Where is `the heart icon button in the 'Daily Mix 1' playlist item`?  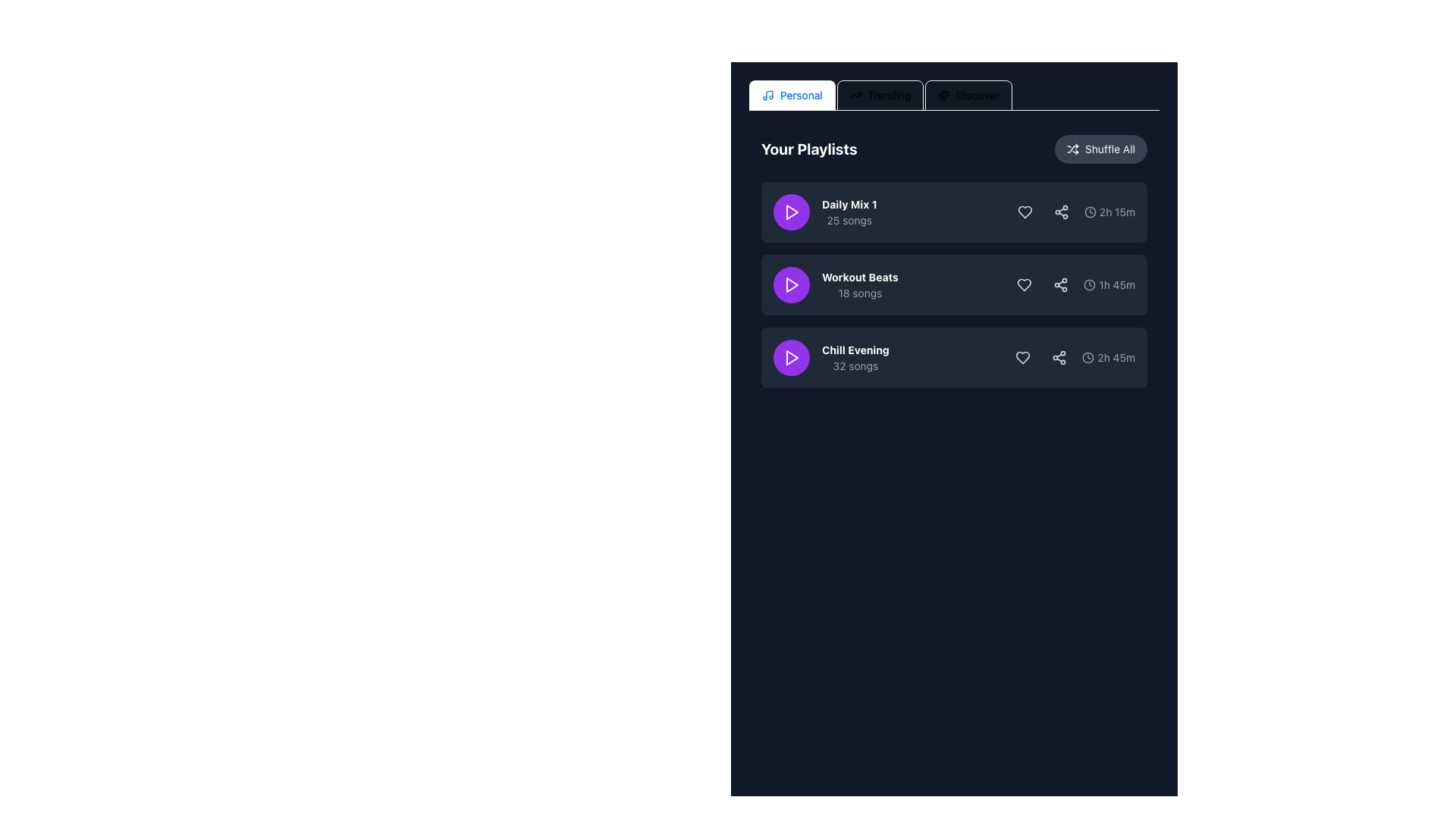
the heart icon button in the 'Daily Mix 1' playlist item is located at coordinates (1025, 212).